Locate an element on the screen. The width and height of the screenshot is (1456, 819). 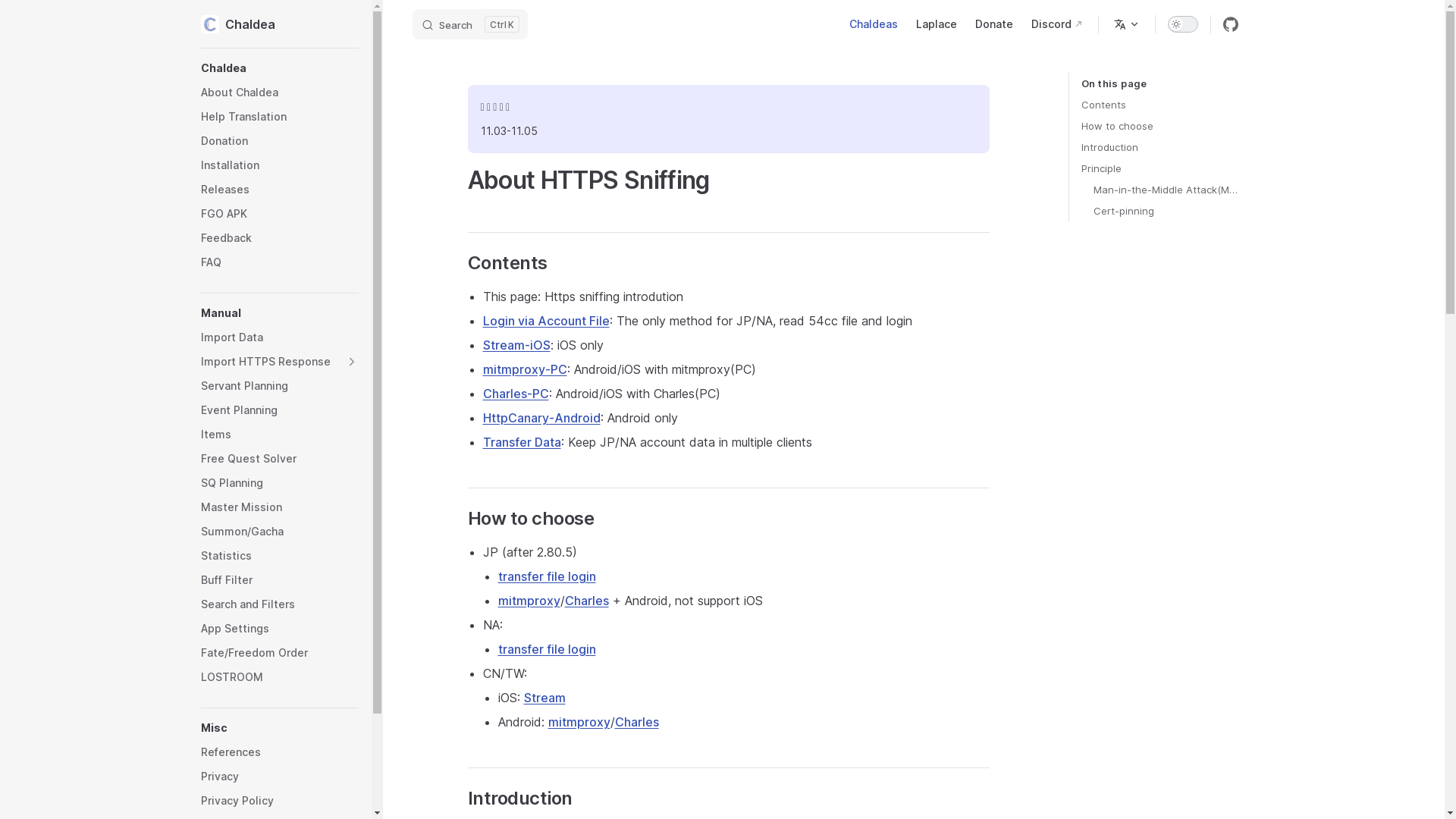
'LOSTROOM' is located at coordinates (279, 676).